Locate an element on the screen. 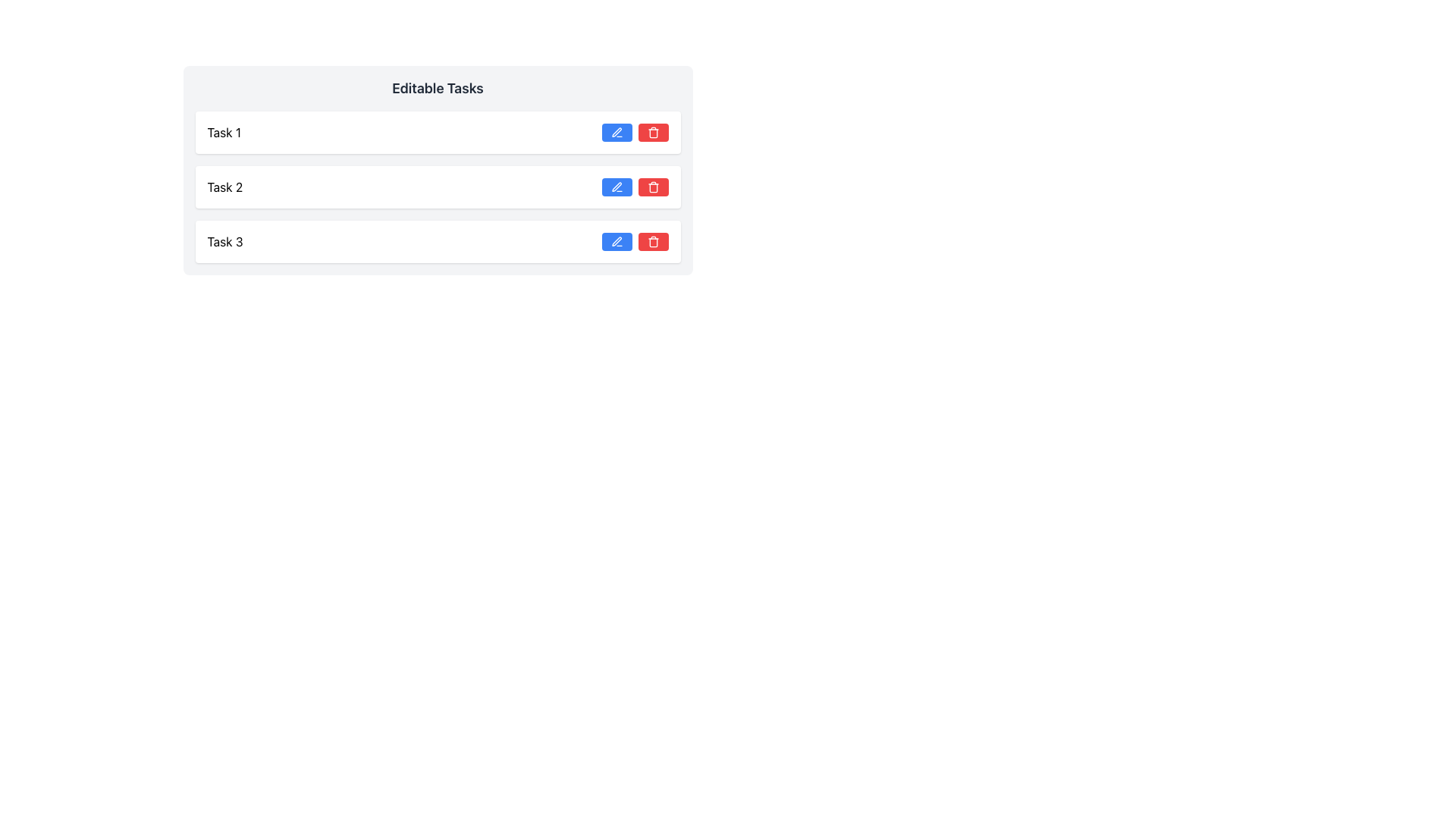 The image size is (1456, 819). the delete button located to the right of the blue edit button in the task row is located at coordinates (653, 186).